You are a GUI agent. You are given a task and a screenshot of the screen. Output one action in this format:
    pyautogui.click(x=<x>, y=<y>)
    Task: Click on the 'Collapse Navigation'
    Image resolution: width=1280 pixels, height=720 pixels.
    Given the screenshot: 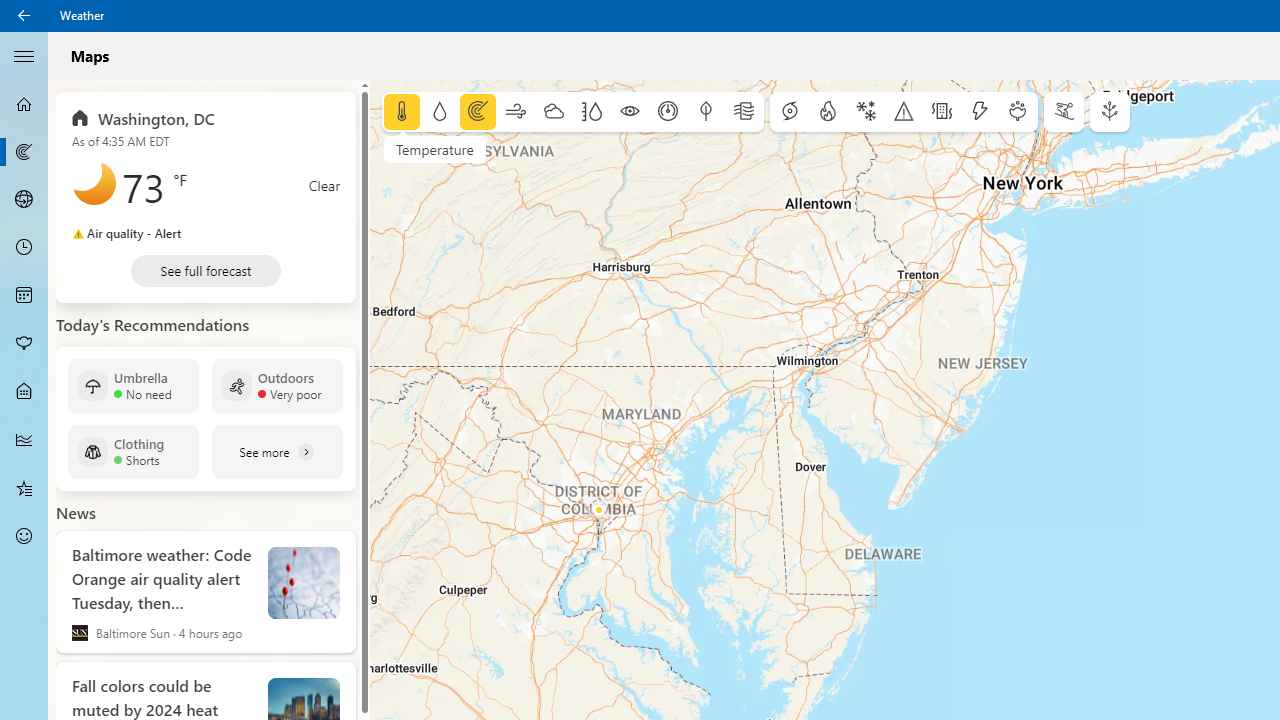 What is the action you would take?
    pyautogui.click(x=24, y=54)
    